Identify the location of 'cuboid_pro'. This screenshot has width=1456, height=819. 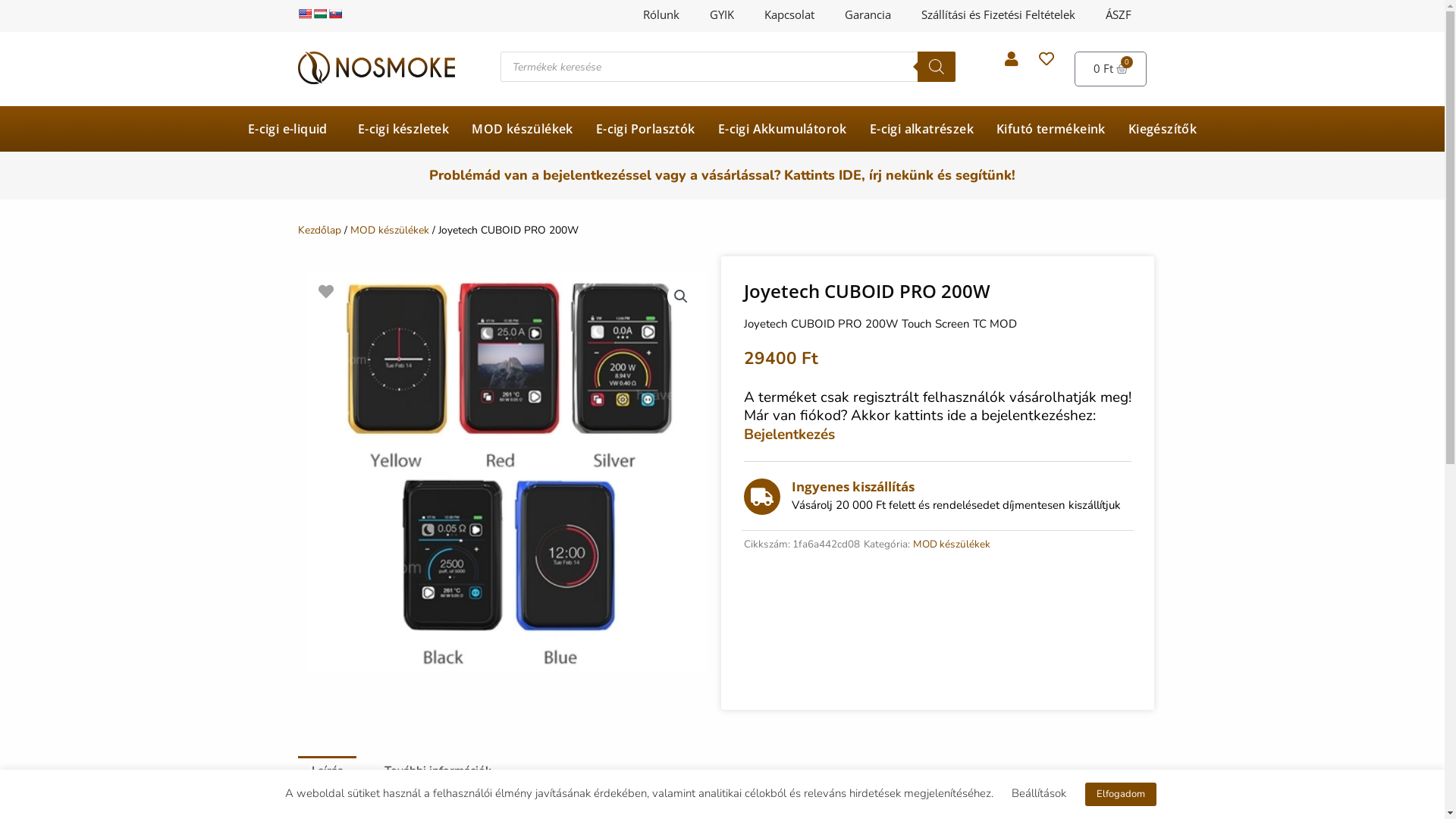
(505, 470).